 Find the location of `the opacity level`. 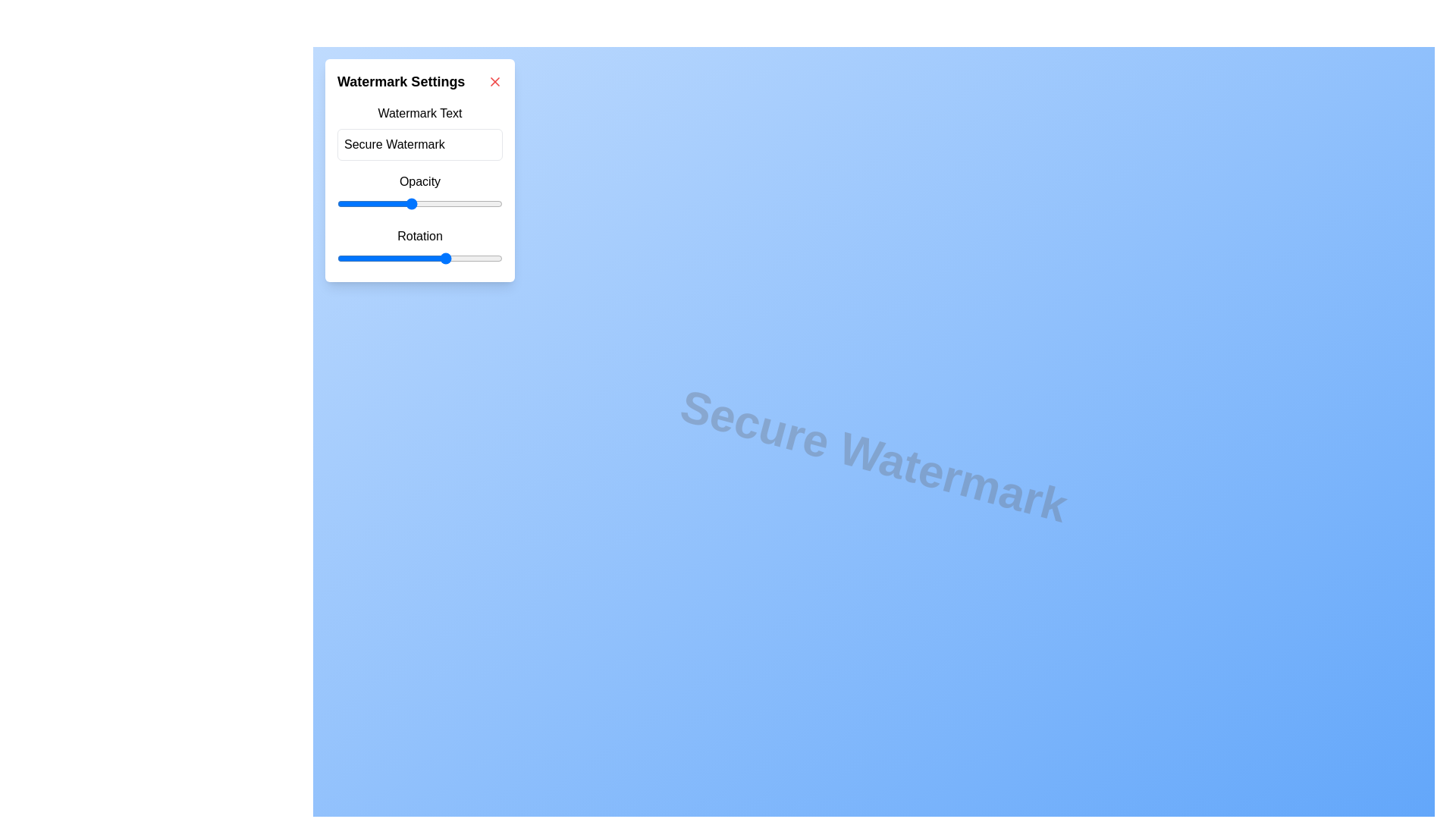

the opacity level is located at coordinates (318, 203).